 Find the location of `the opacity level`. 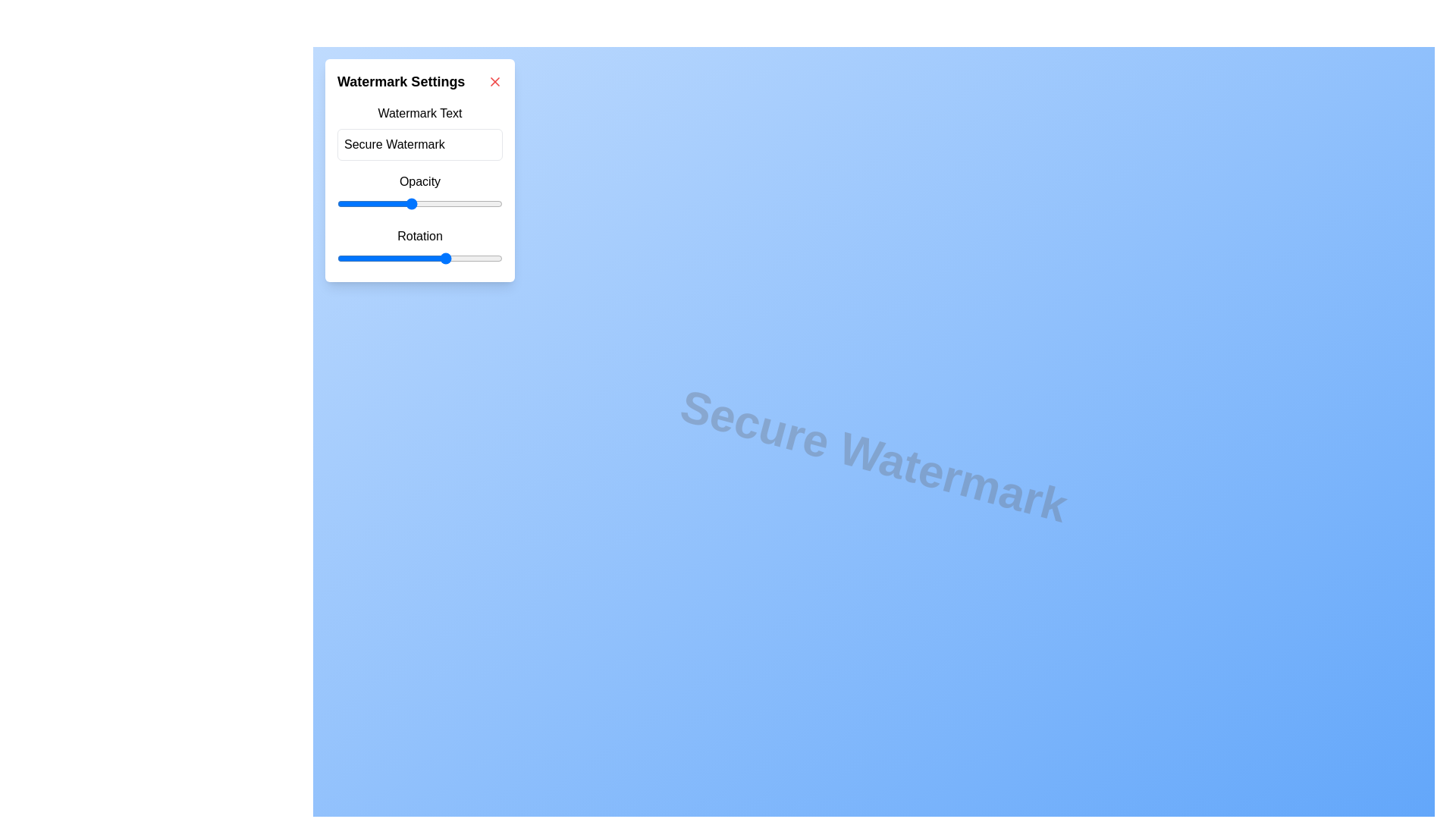

the opacity level is located at coordinates (318, 203).